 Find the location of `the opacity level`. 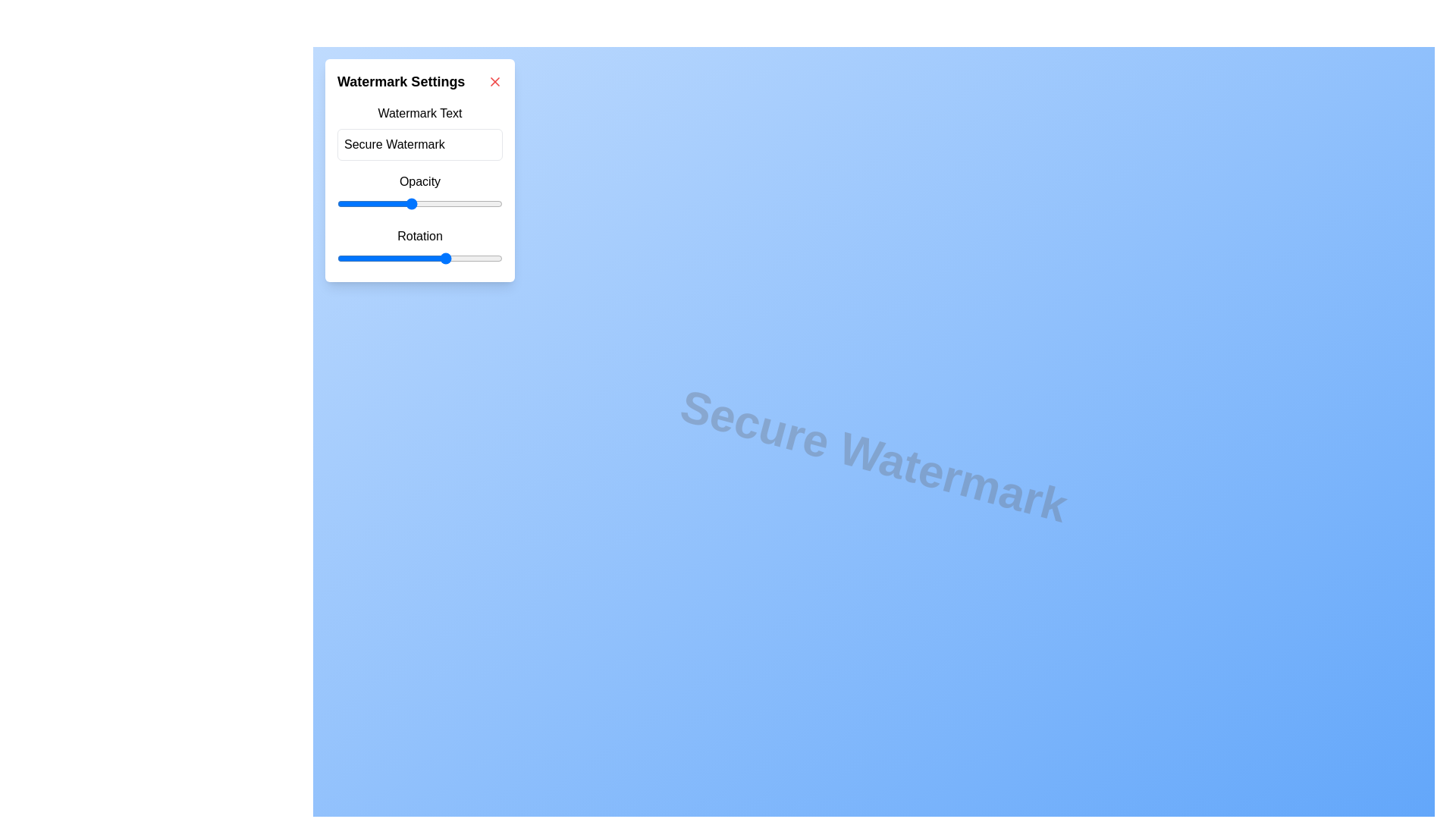

the opacity level is located at coordinates (318, 203).